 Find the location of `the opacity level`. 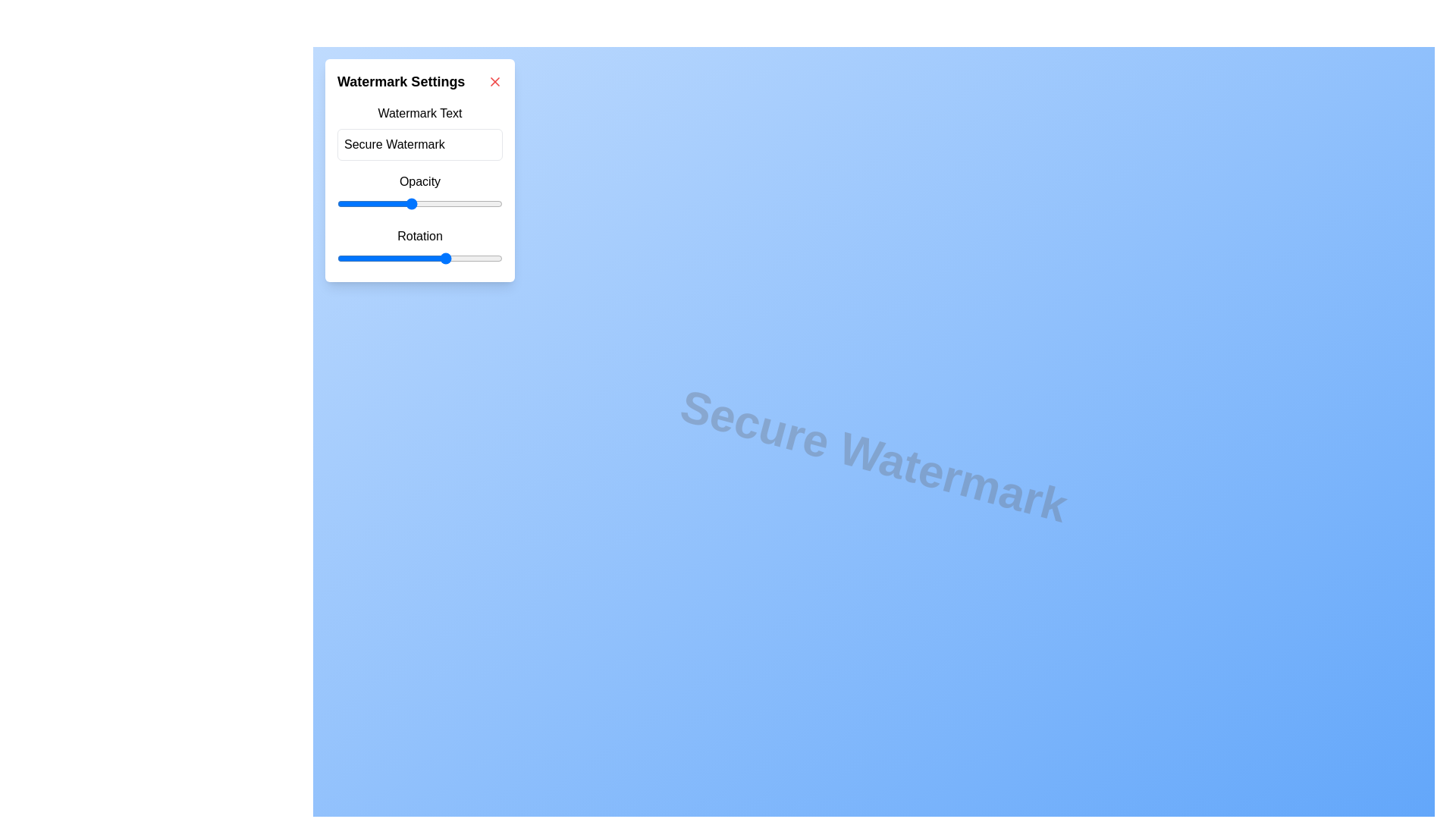

the opacity level is located at coordinates (318, 203).